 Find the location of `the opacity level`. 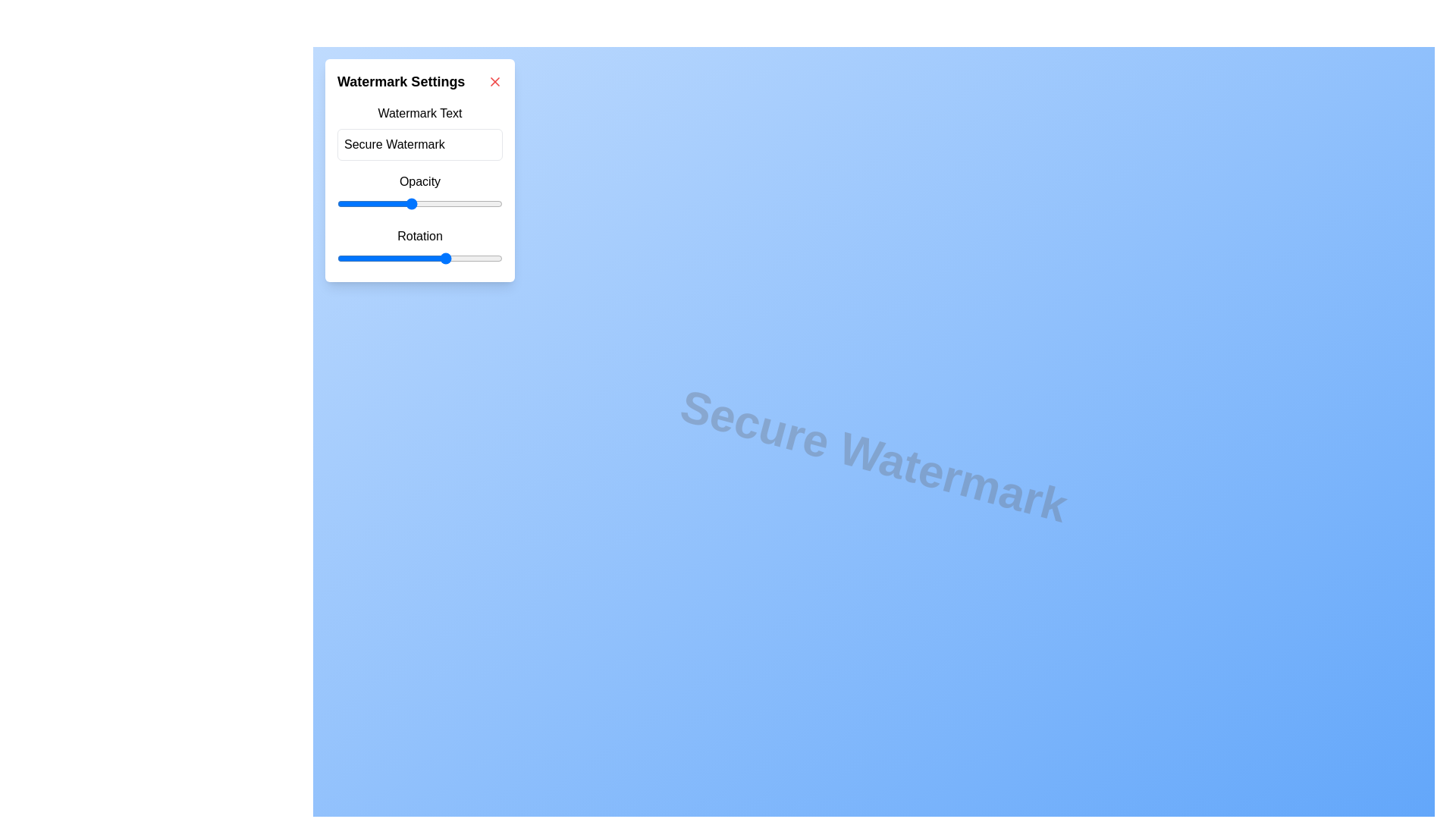

the opacity level is located at coordinates (318, 203).